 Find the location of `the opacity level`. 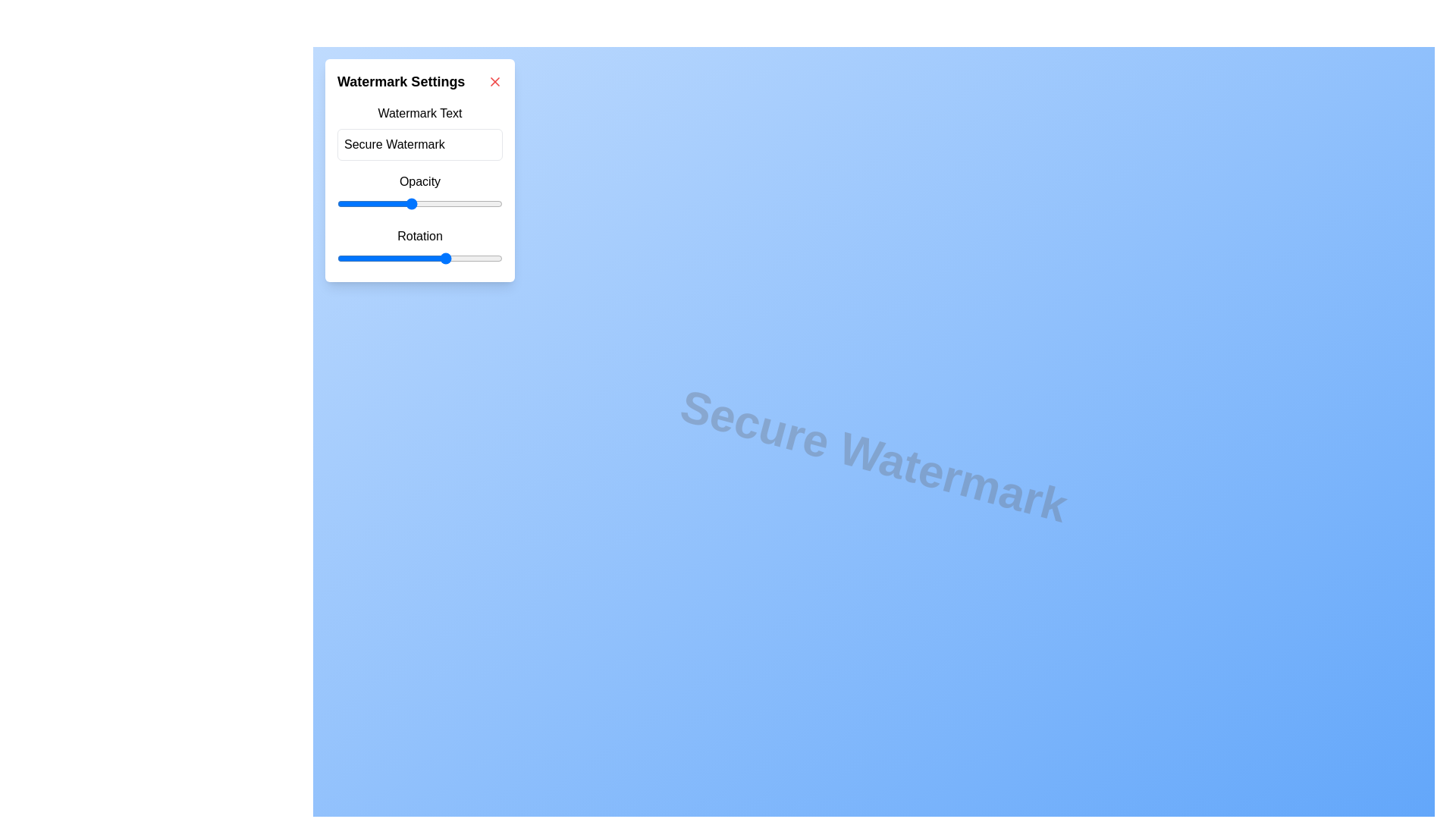

the opacity level is located at coordinates (318, 203).